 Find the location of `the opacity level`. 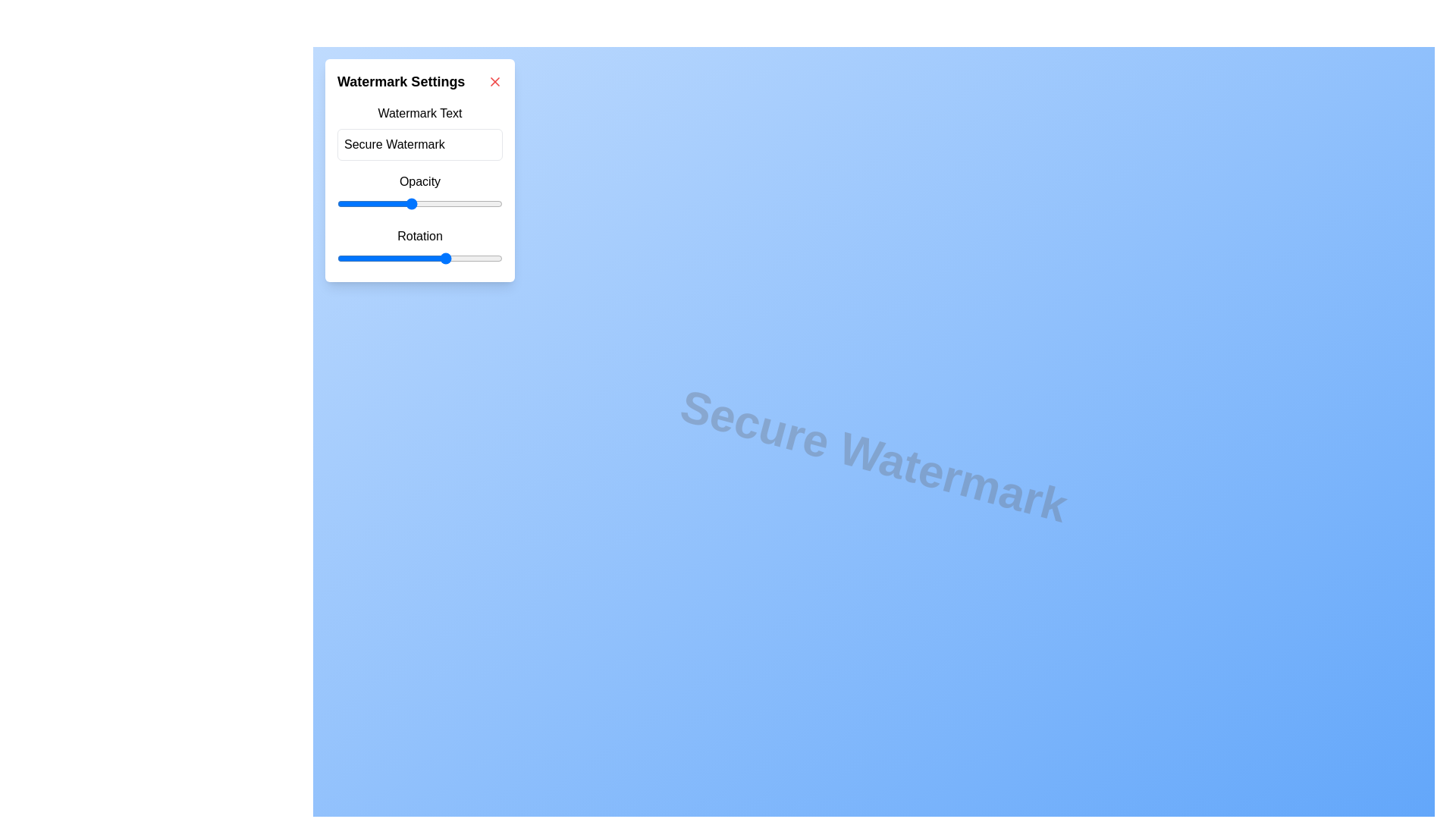

the opacity level is located at coordinates (318, 203).